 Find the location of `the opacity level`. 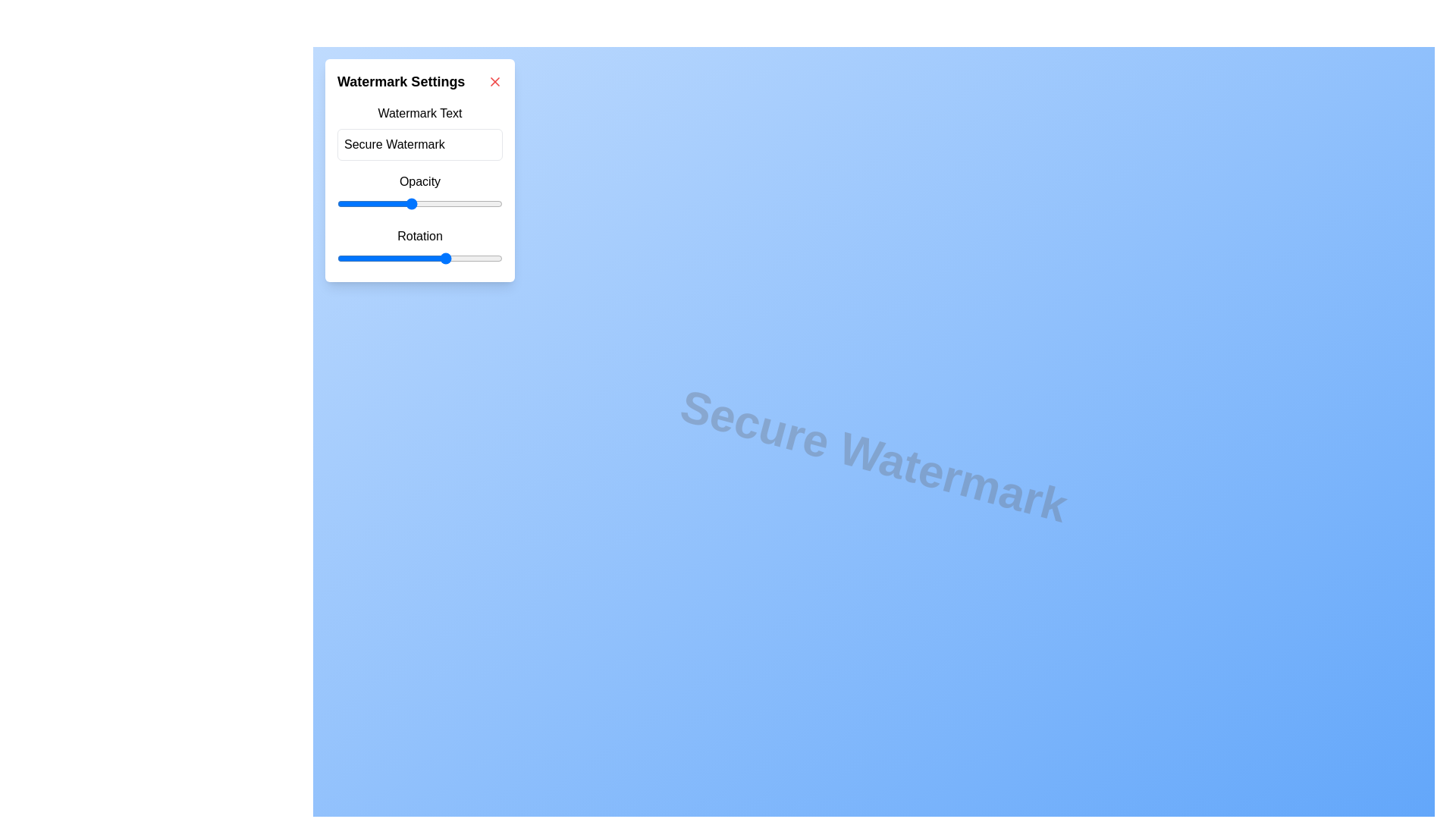

the opacity level is located at coordinates (318, 203).